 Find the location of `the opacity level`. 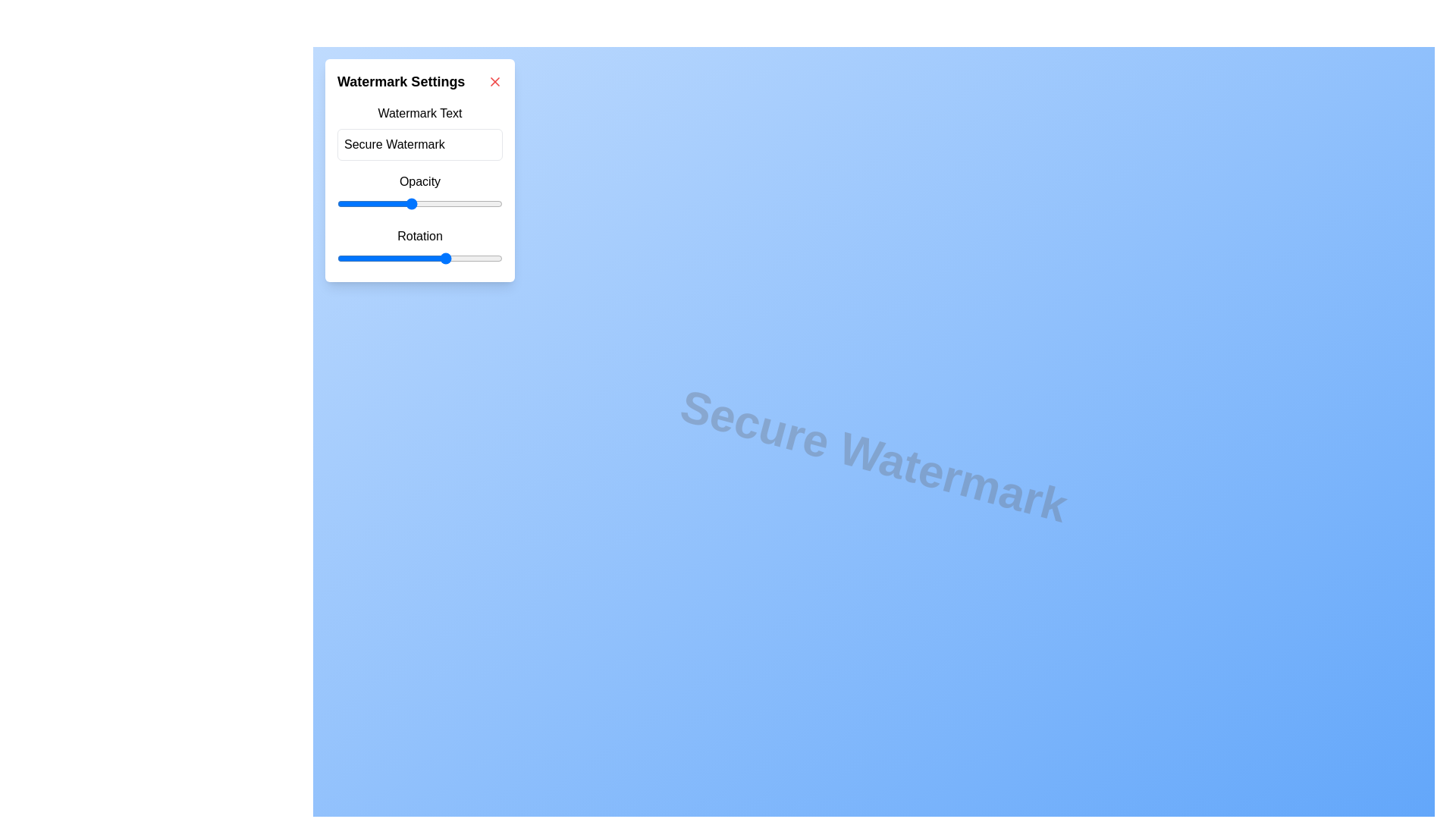

the opacity level is located at coordinates (318, 203).